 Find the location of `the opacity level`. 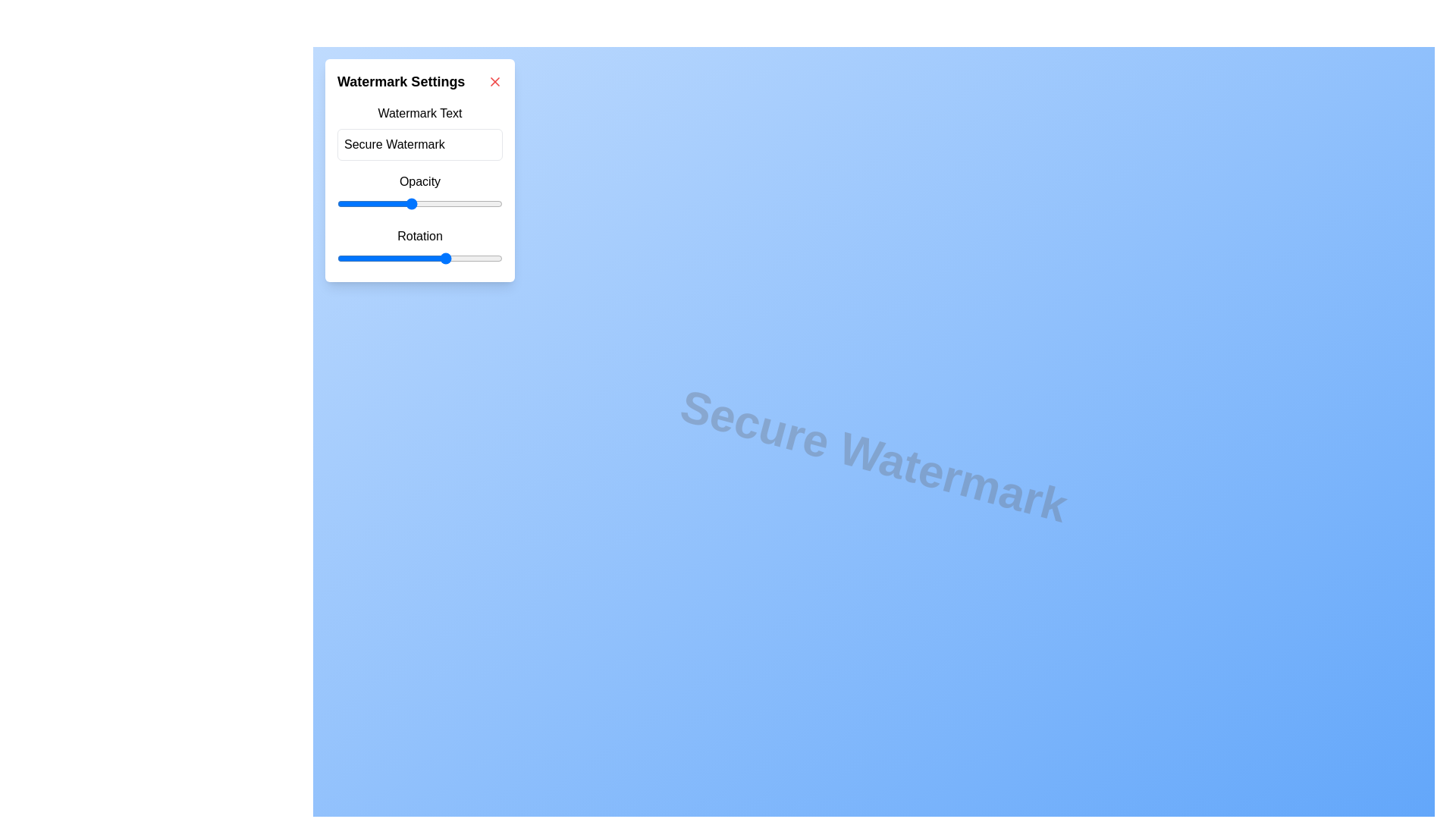

the opacity level is located at coordinates (318, 203).